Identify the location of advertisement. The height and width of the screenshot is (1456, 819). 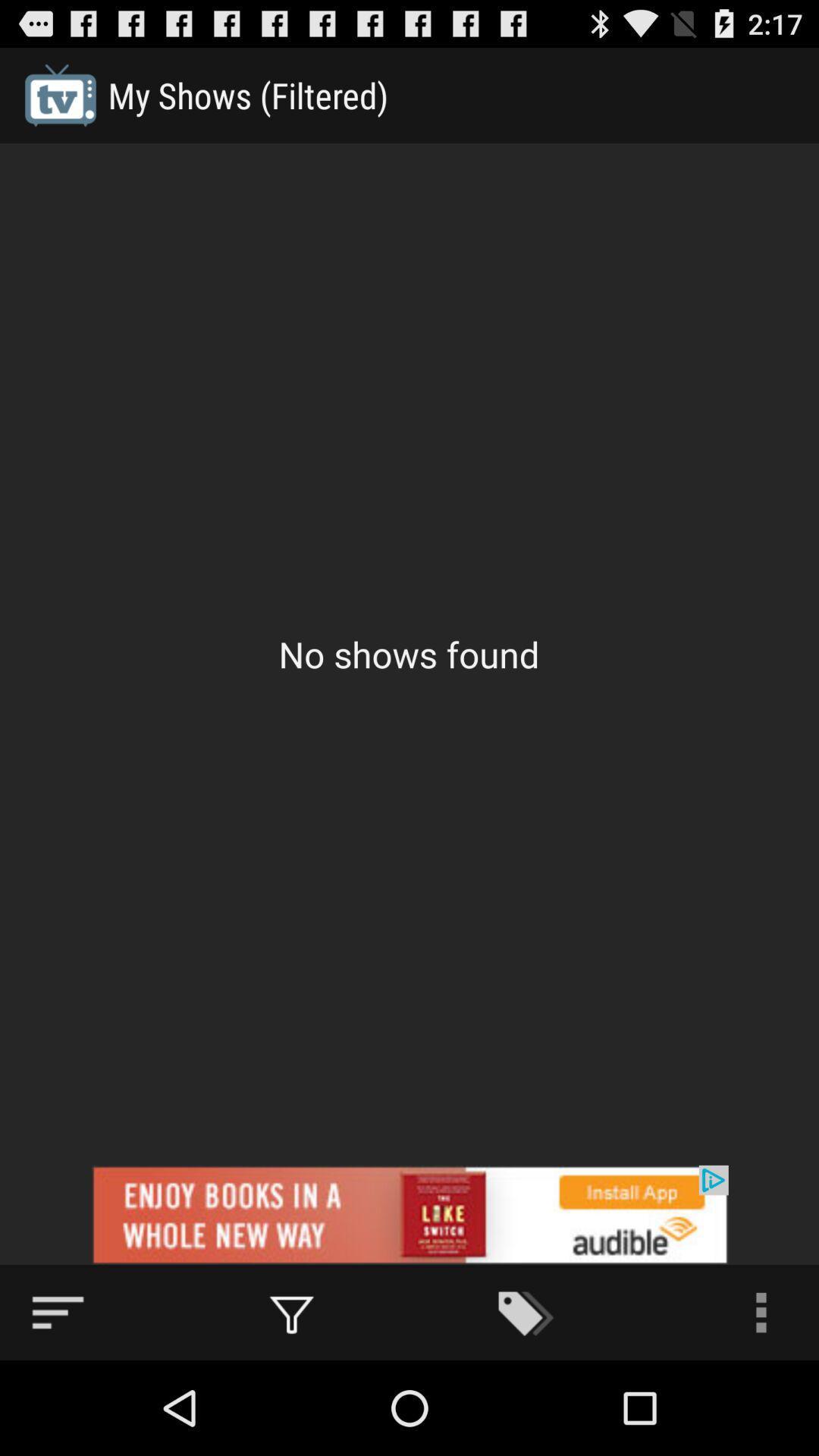
(409, 1215).